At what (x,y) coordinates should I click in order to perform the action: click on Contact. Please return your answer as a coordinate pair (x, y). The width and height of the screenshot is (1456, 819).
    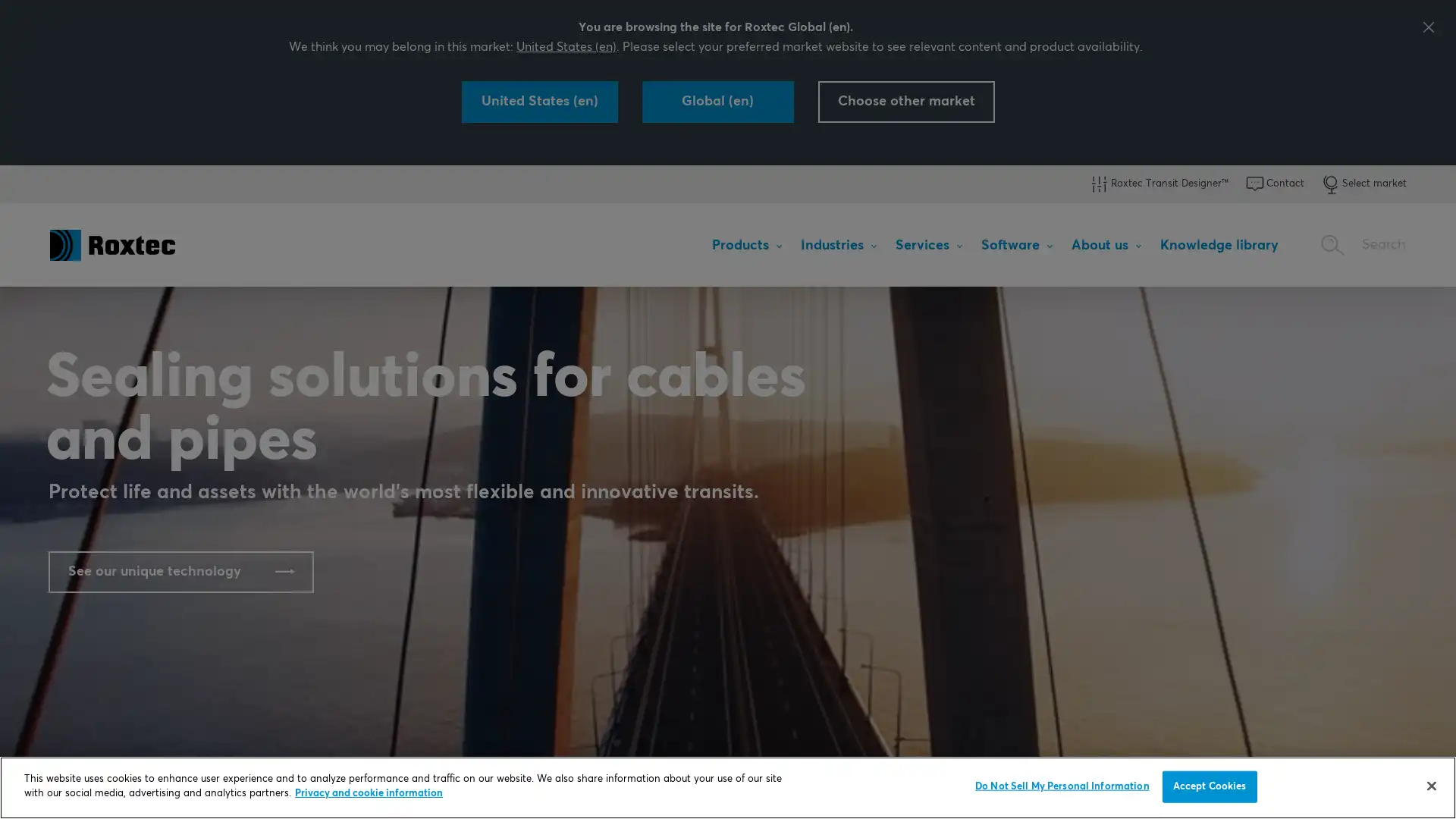
    Looking at the image, I should click on (1274, 184).